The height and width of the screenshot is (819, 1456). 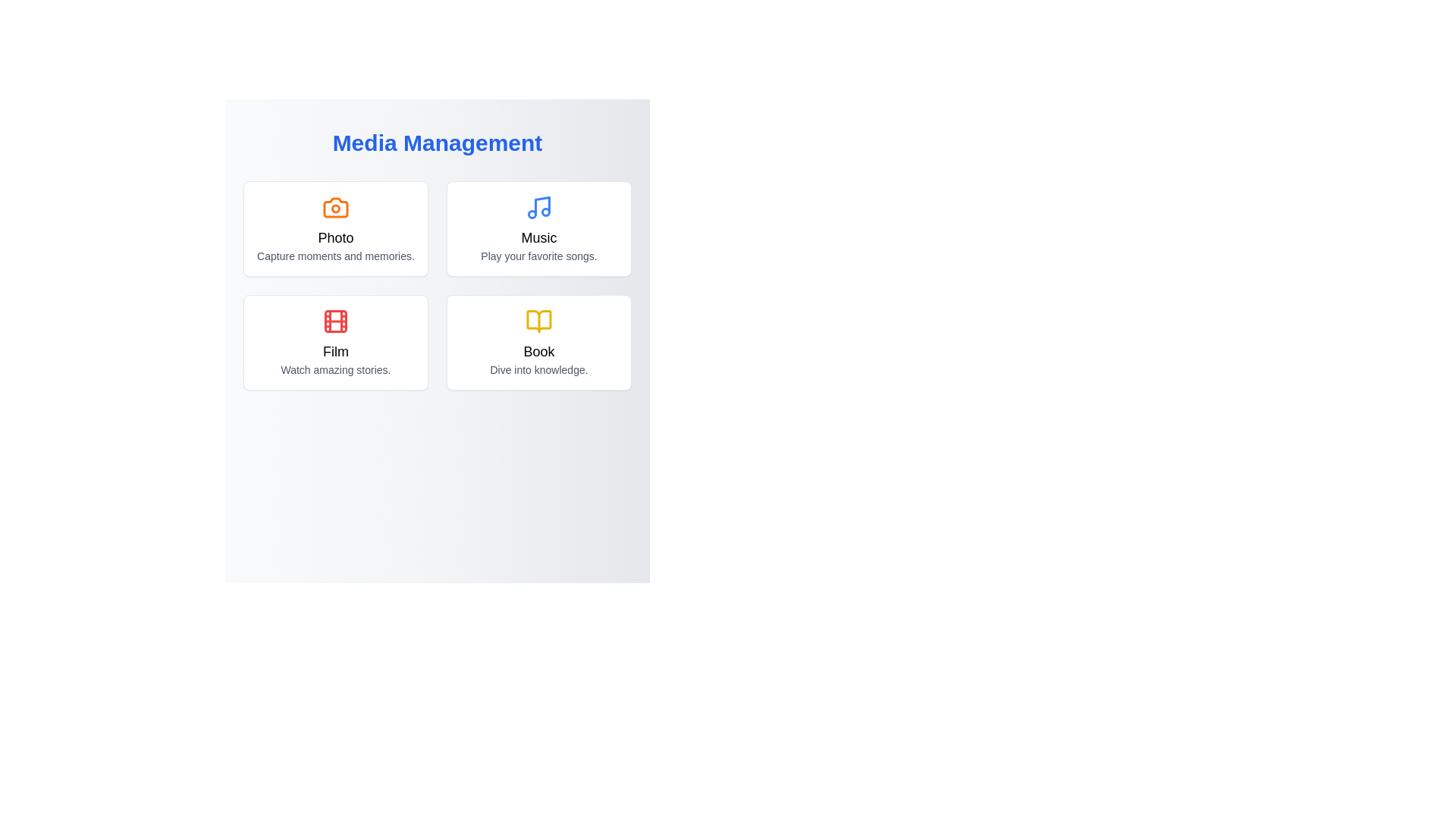 I want to click on the red film reel icon in the 'Film' section, which is located below the 'Media Management' heading, so click(x=334, y=321).